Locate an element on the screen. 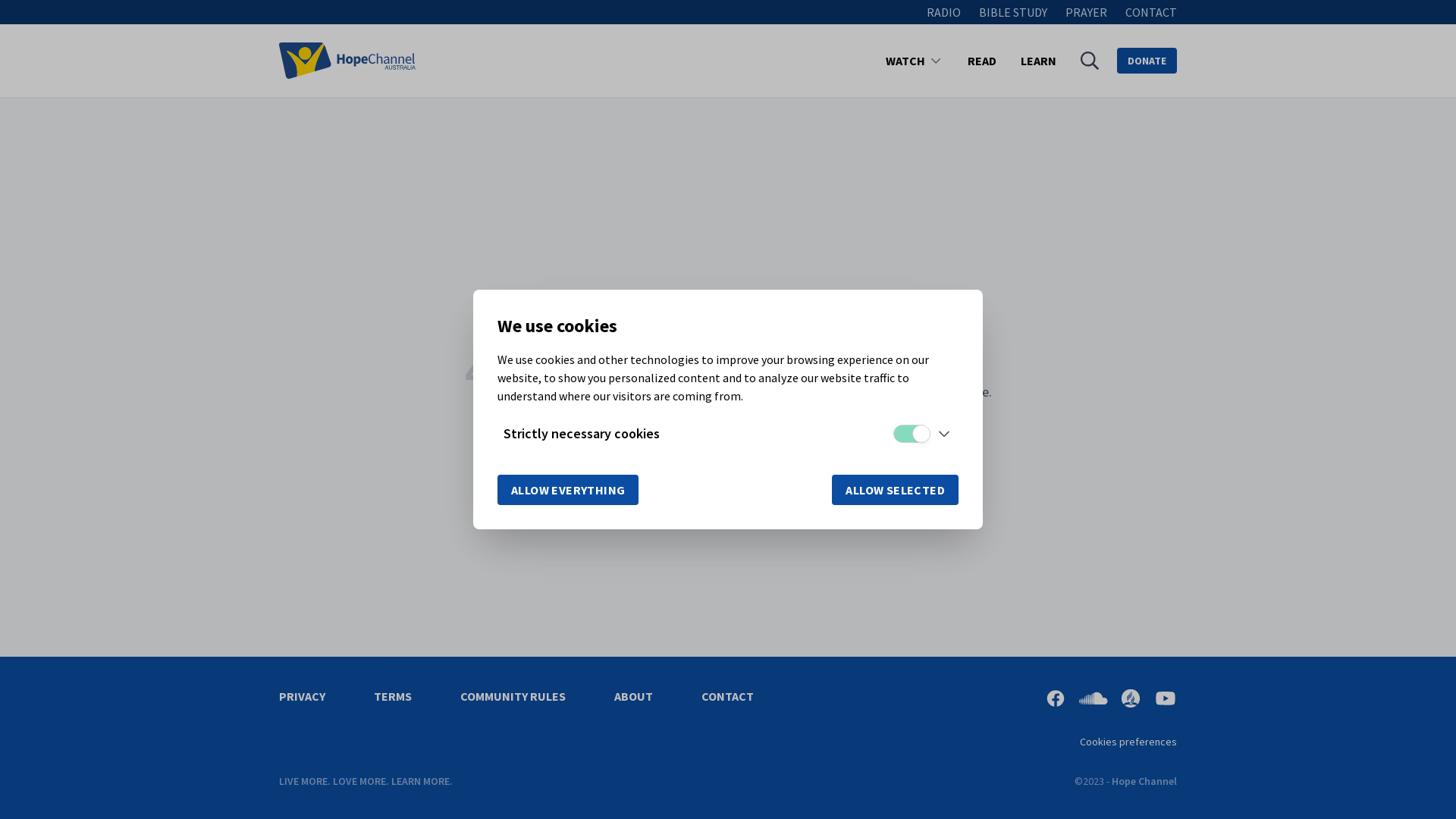 This screenshot has width=1456, height=819. 'DONATE' is located at coordinates (1147, 60).